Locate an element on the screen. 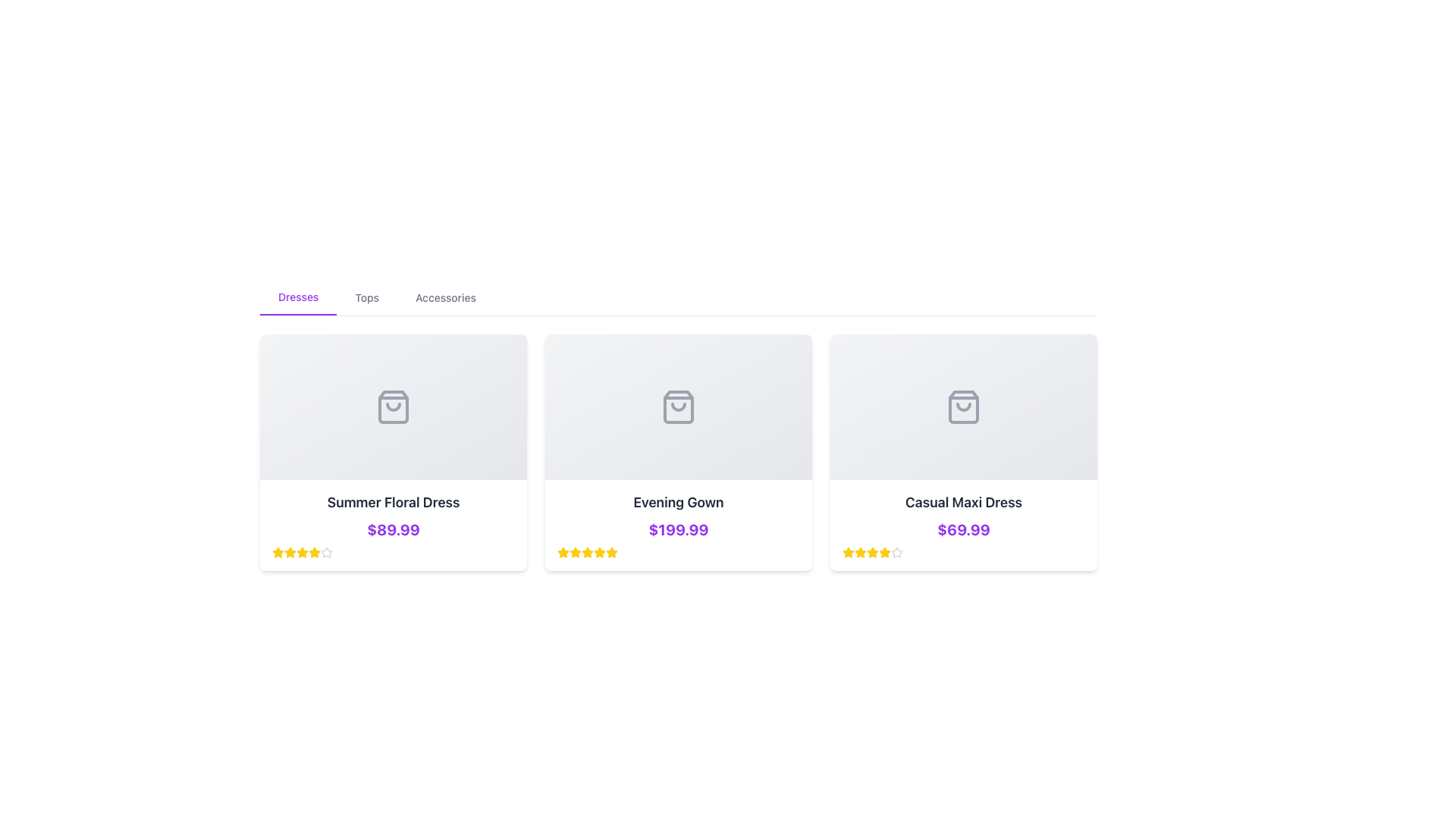  the price text label displaying the cost of the product 'Casual Maxi Dress', which is located below the product title and above the rating section is located at coordinates (963, 529).